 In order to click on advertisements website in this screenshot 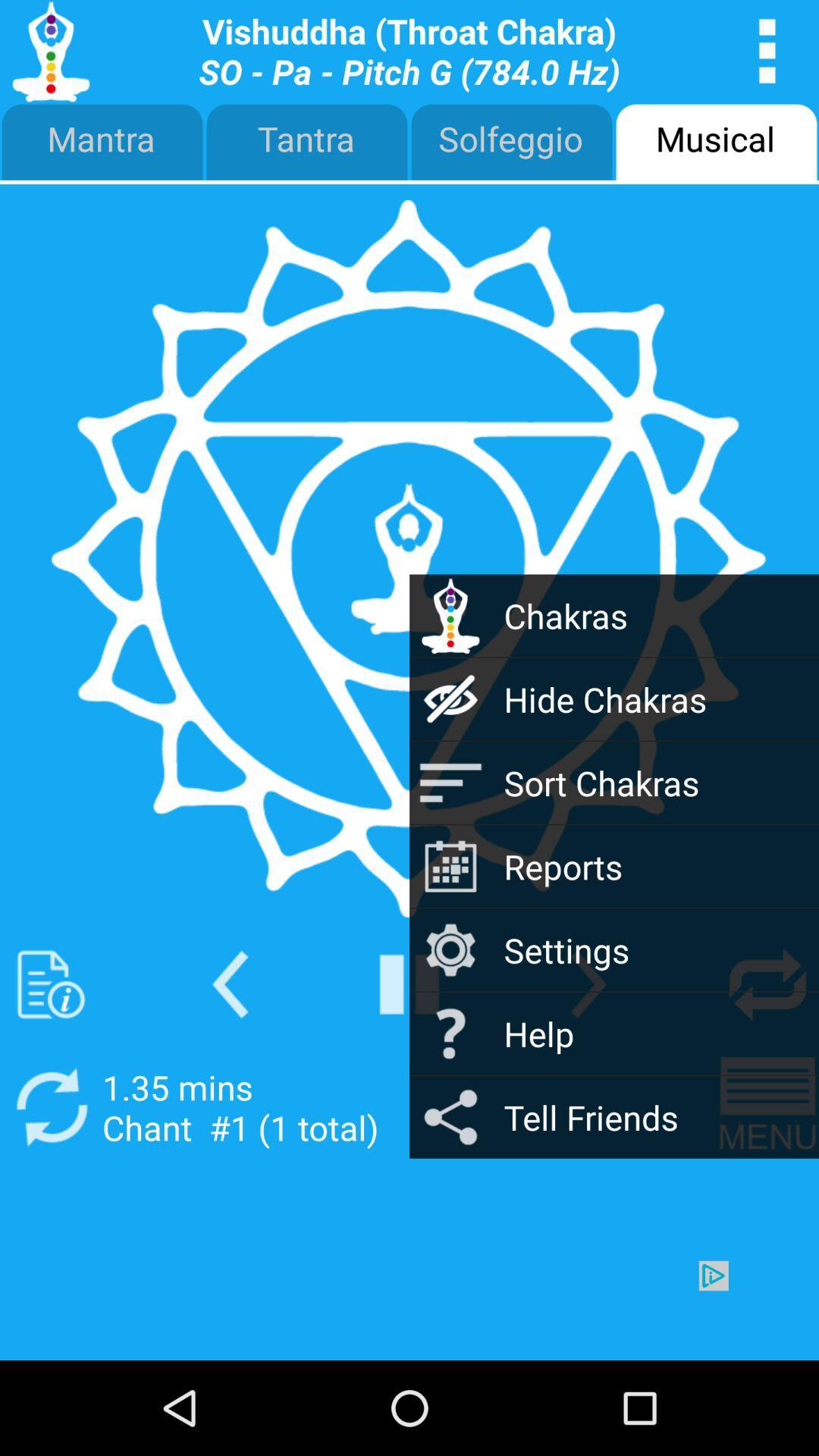, I will do `click(409, 1310)`.